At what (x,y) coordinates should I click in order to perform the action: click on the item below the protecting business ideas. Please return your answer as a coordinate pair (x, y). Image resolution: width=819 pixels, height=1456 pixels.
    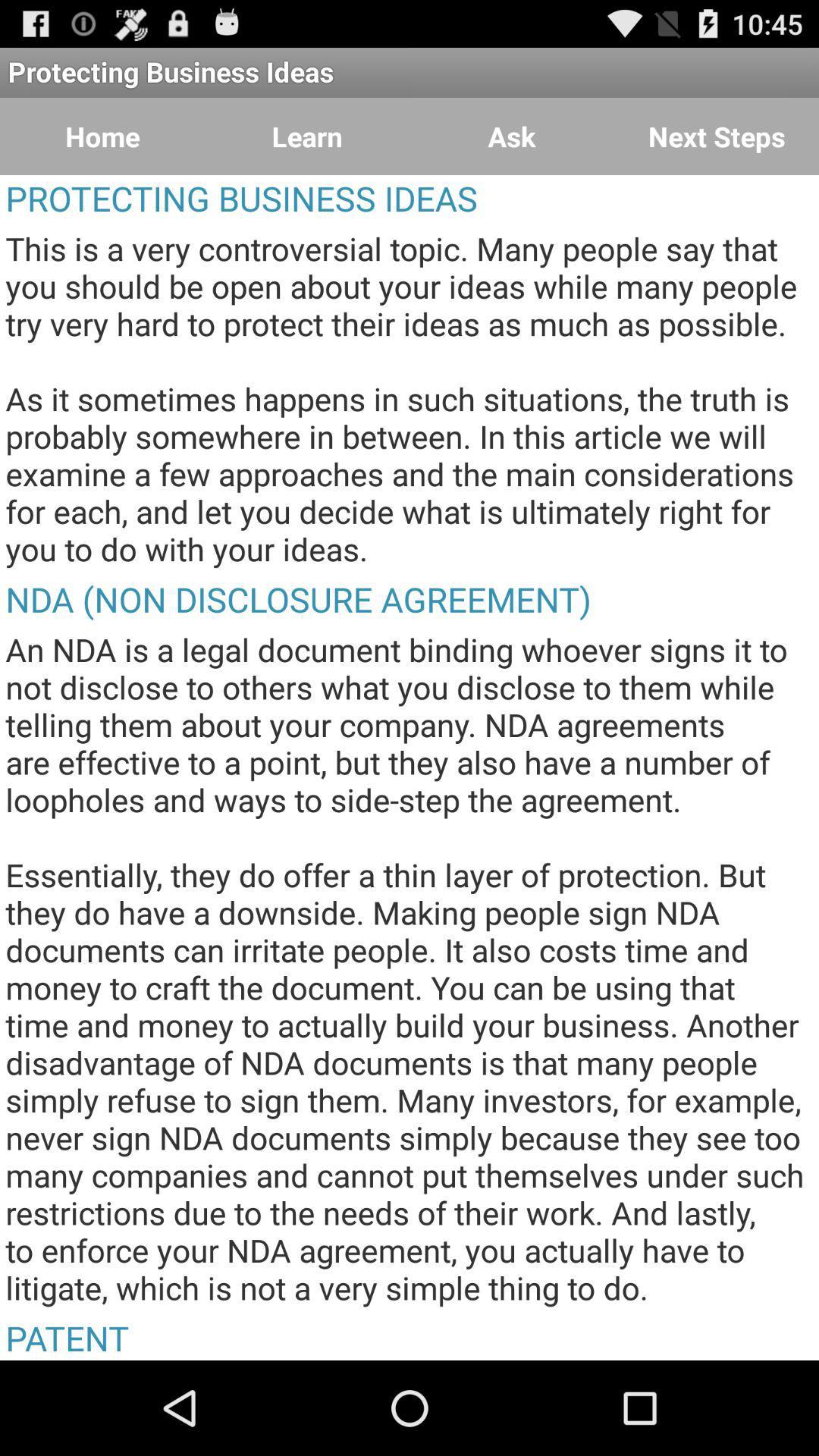
    Looking at the image, I should click on (512, 136).